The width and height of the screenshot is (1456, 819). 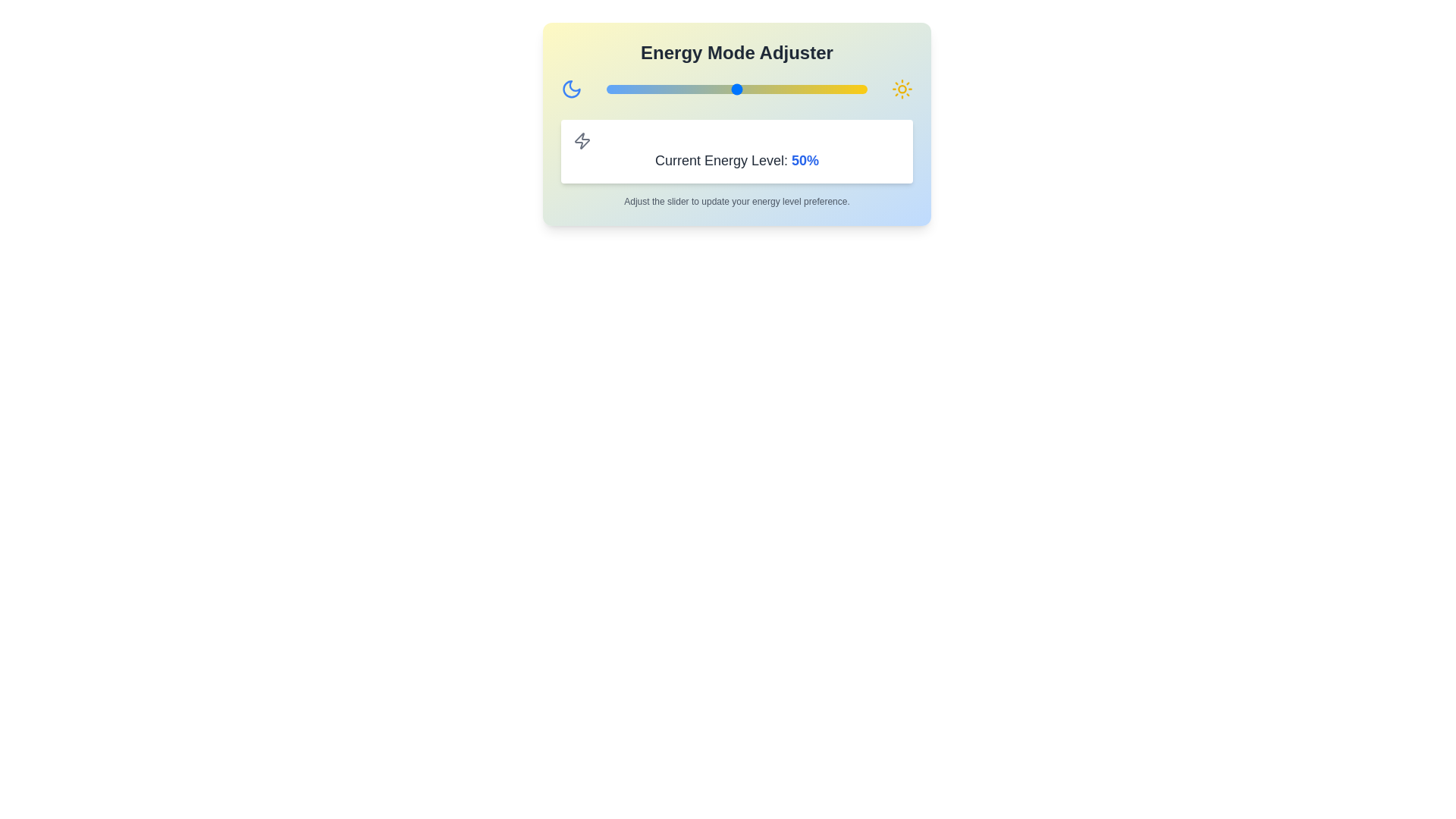 I want to click on the slider to set the energy level to 36%, so click(x=699, y=89).